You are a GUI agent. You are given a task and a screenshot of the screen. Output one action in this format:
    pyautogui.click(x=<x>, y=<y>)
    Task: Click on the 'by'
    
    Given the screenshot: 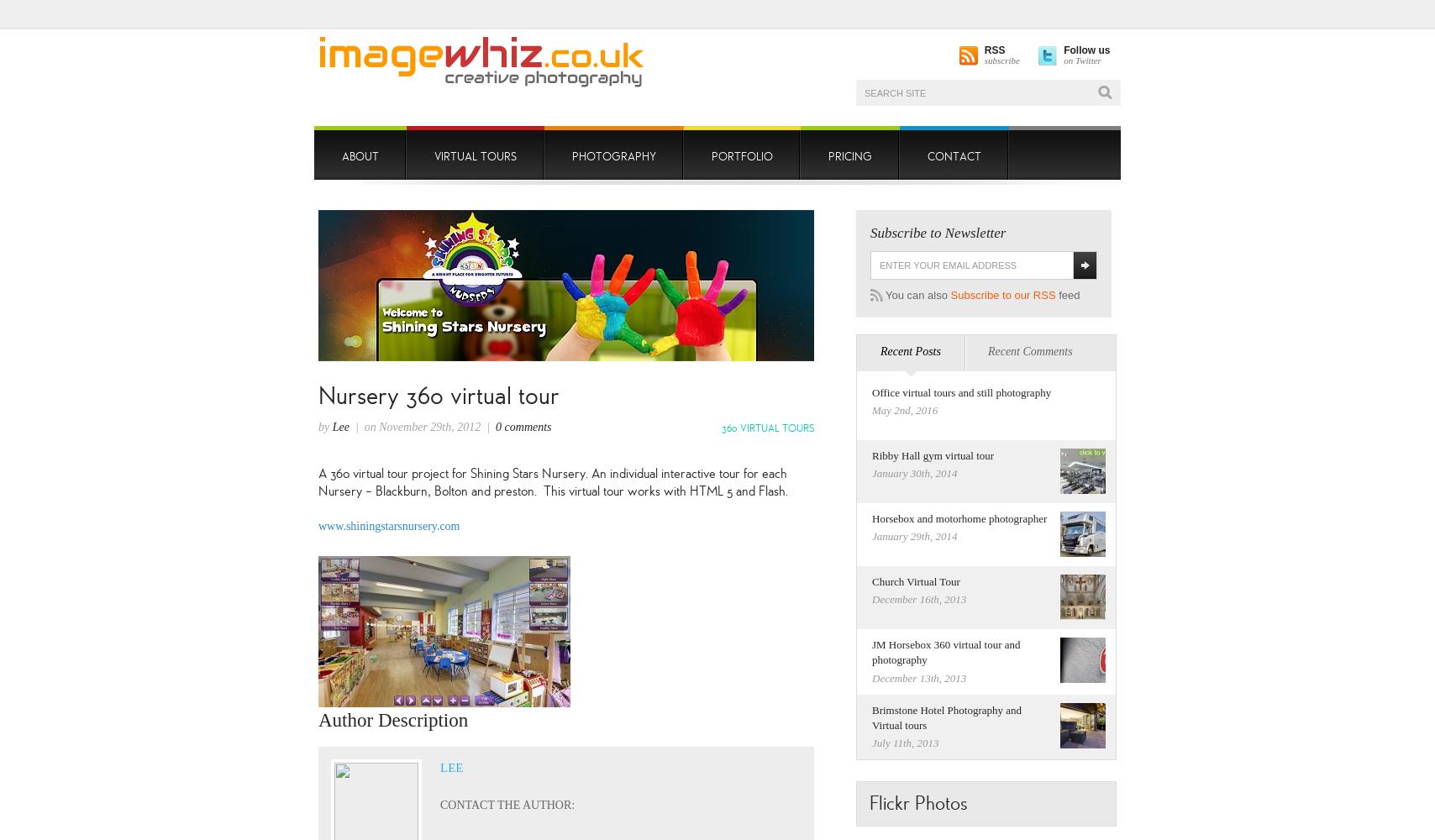 What is the action you would take?
    pyautogui.click(x=325, y=426)
    